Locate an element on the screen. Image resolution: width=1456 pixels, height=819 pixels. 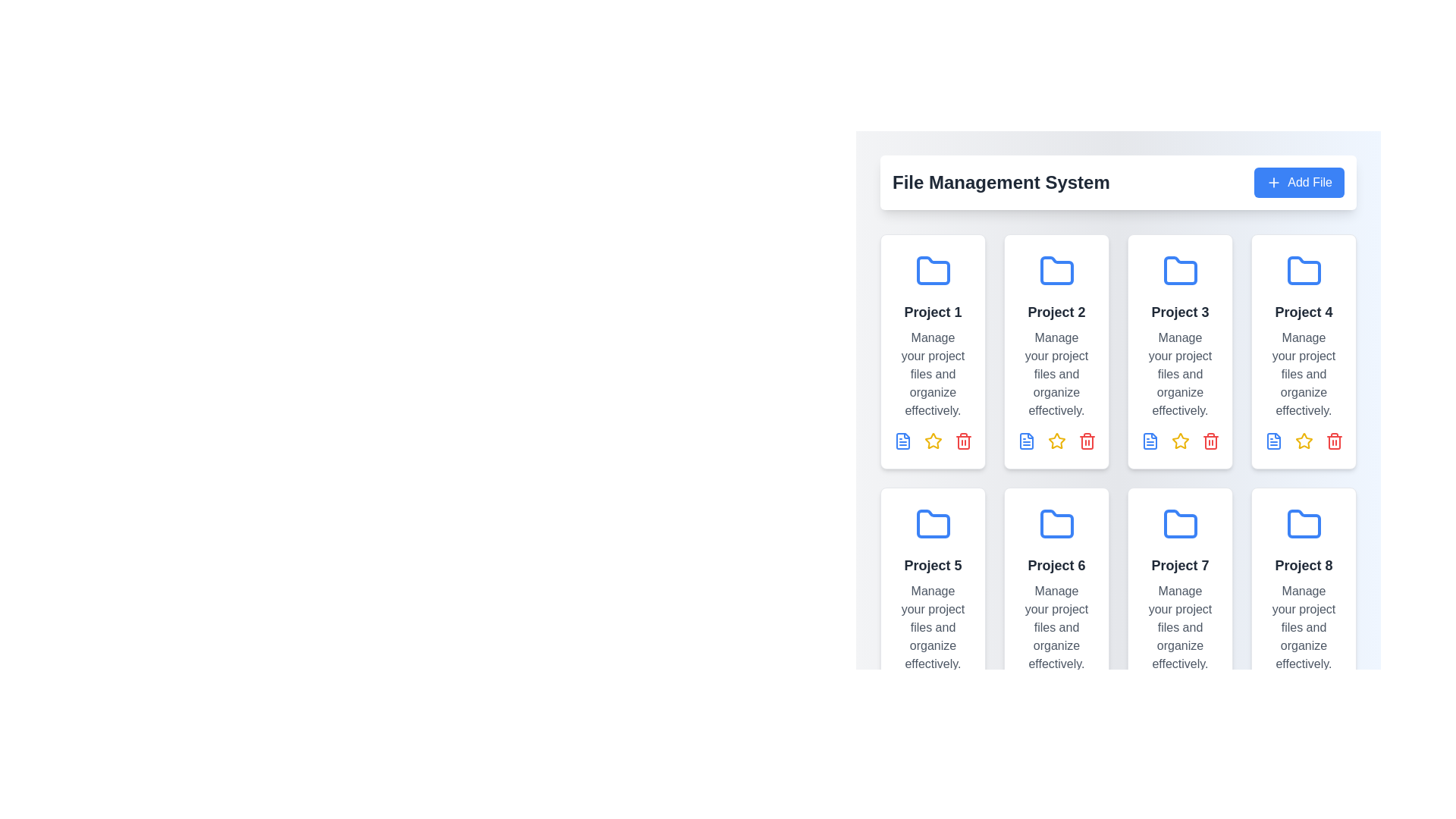
the blue outlined folder icon within the 'Project 2' card is located at coordinates (1056, 270).